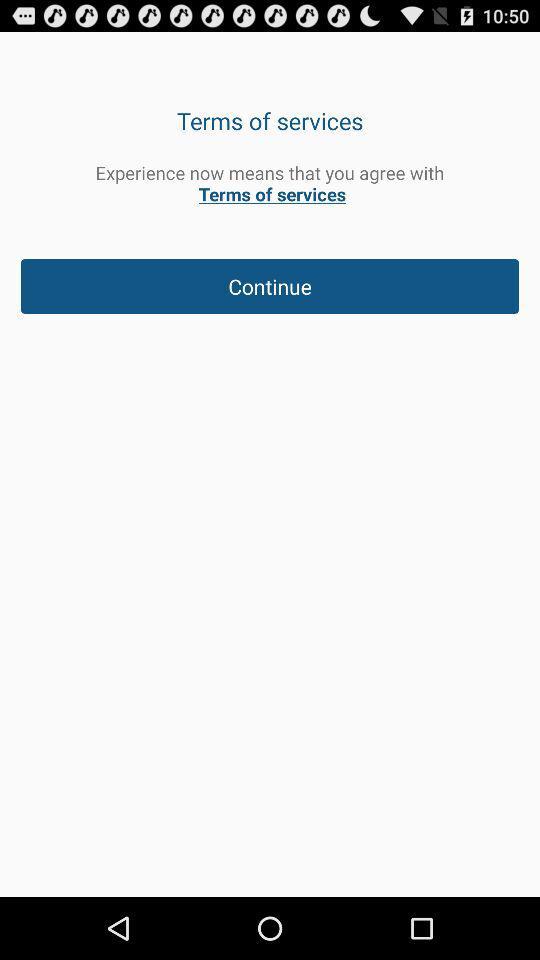 The image size is (540, 960). I want to click on the icon below experience now means app, so click(270, 285).